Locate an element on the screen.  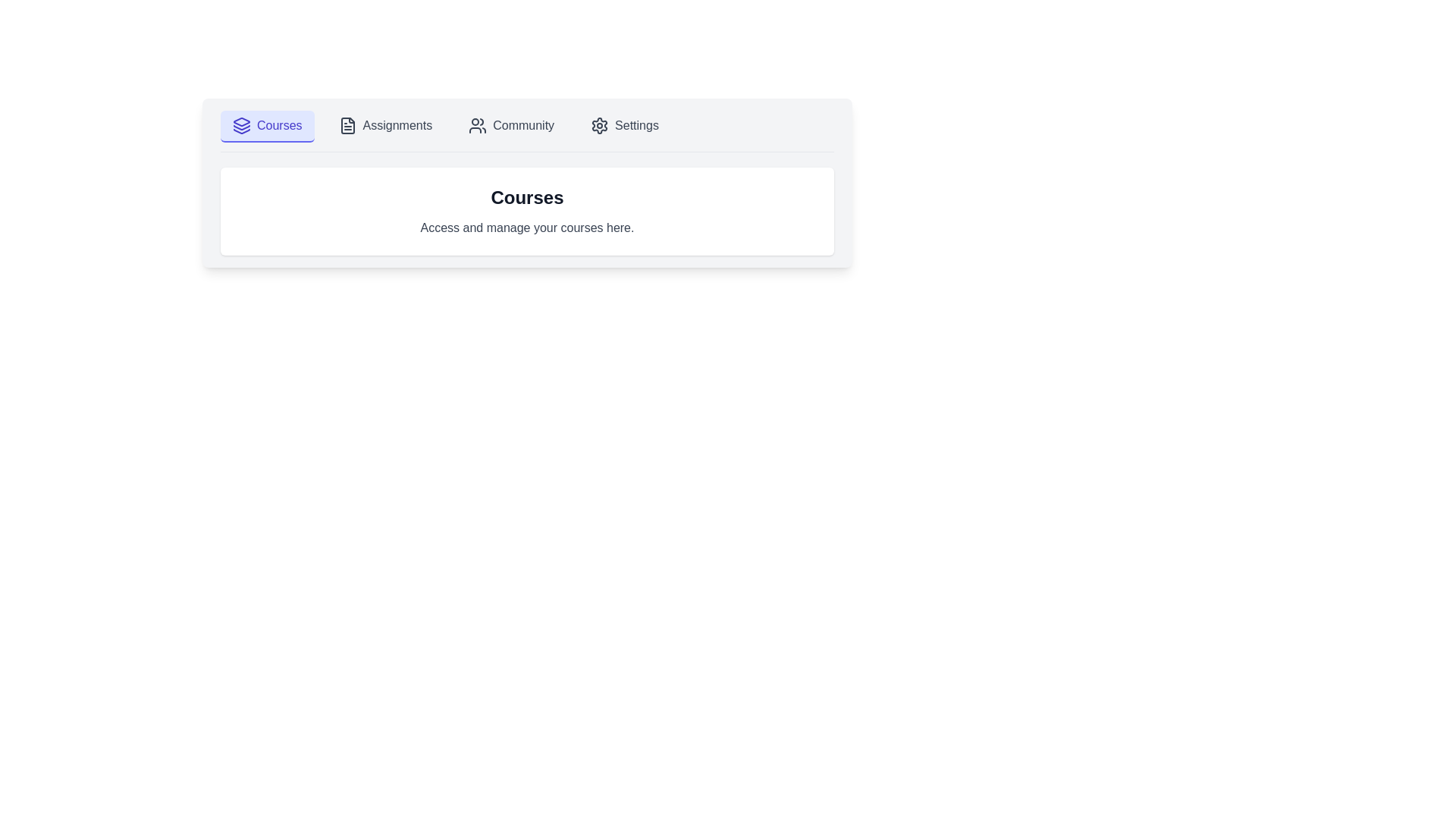
the 'Courses' text label in the navigation menu, which directs users to the courses section is located at coordinates (279, 124).